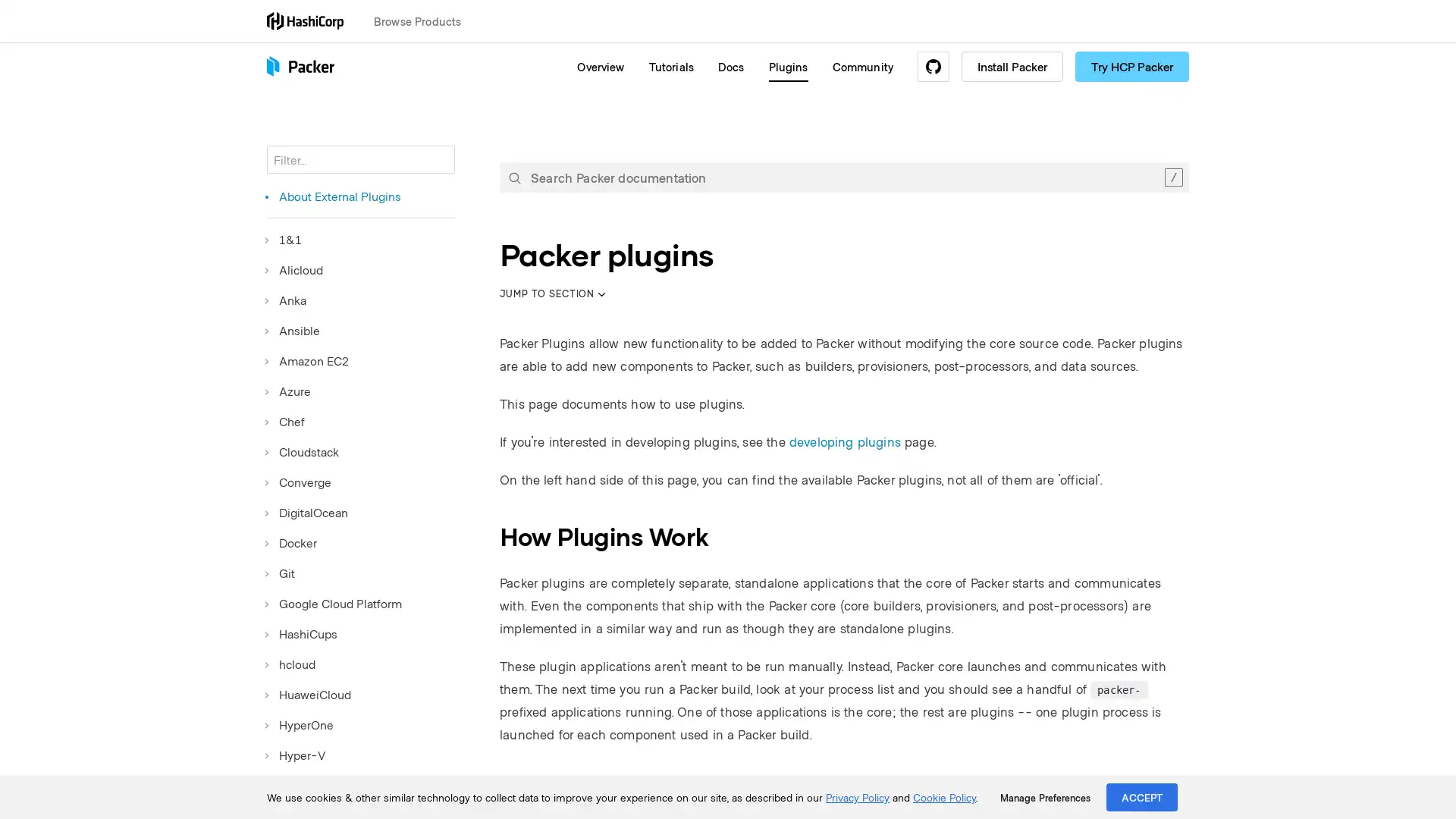 This screenshot has width=1456, height=819. I want to click on Chef, so click(286, 421).